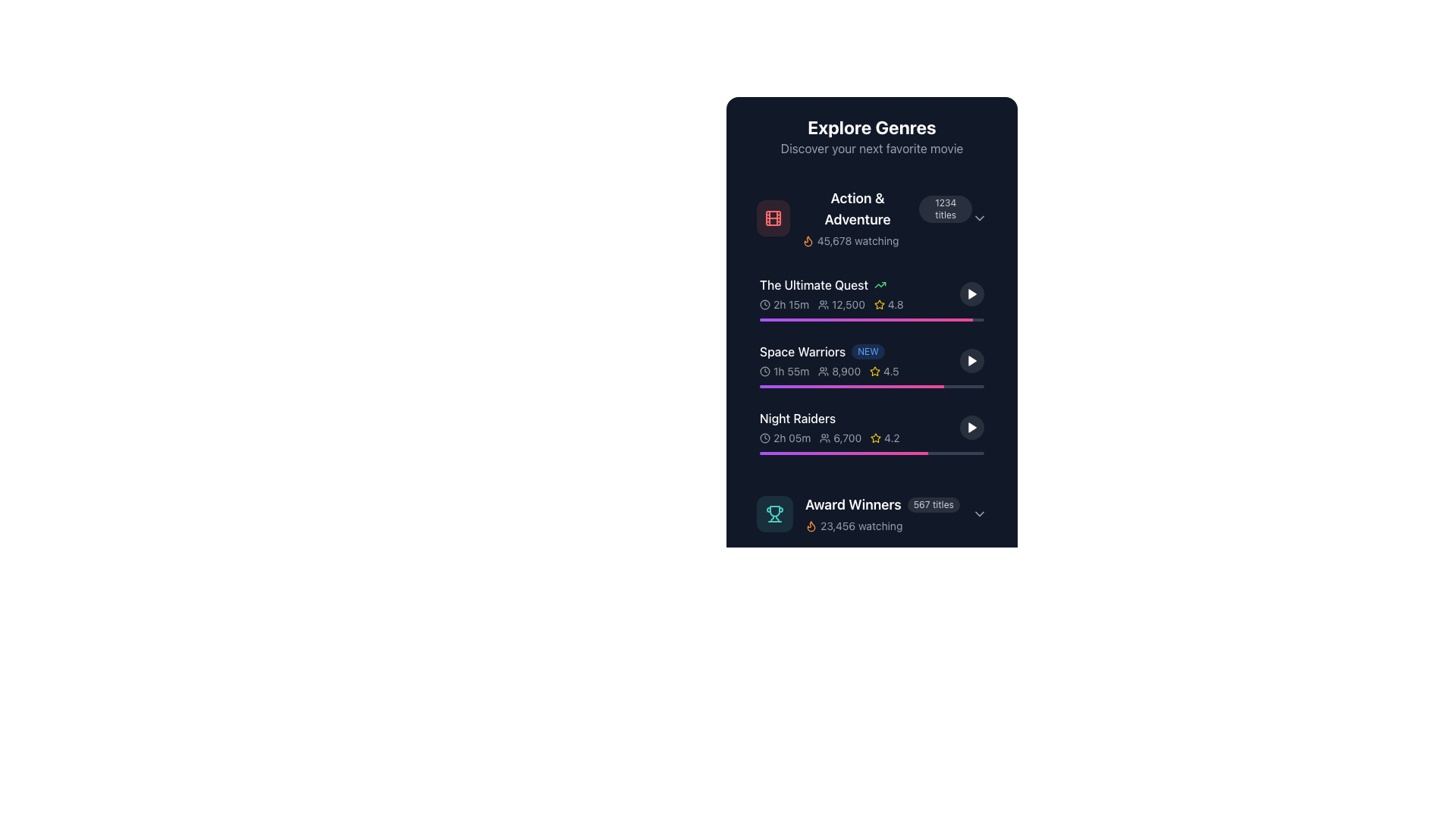 This screenshot has width=1456, height=819. What do you see at coordinates (876, 438) in the screenshot?
I see `the star icon indicating a rating score for the 'Night Raiders' entry, located to the left of the numerical rating '4.2'` at bounding box center [876, 438].